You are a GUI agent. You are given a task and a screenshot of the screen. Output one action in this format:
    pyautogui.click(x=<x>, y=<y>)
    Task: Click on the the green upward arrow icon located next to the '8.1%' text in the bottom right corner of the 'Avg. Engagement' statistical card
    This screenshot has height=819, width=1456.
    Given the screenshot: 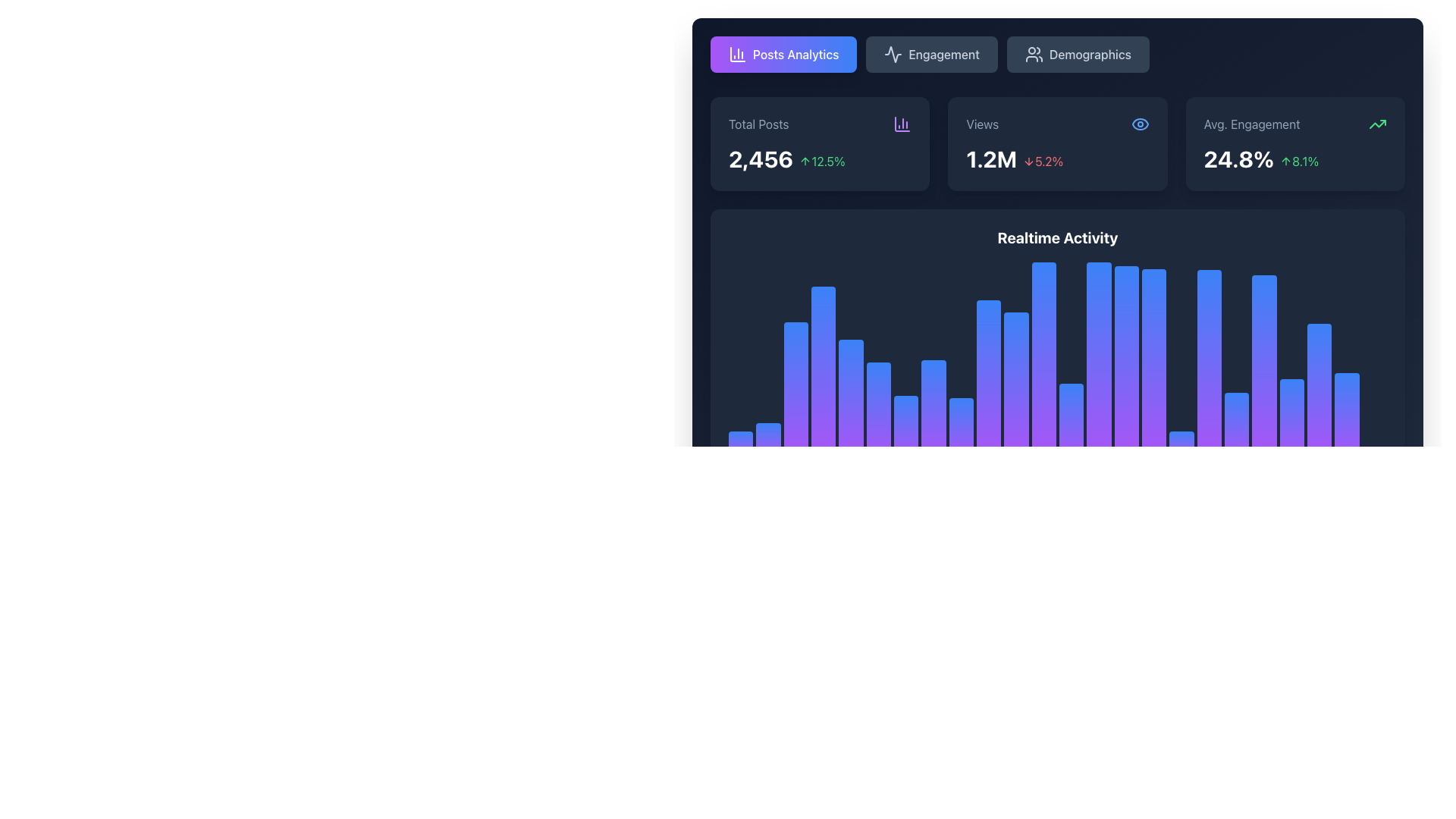 What is the action you would take?
    pyautogui.click(x=1285, y=161)
    